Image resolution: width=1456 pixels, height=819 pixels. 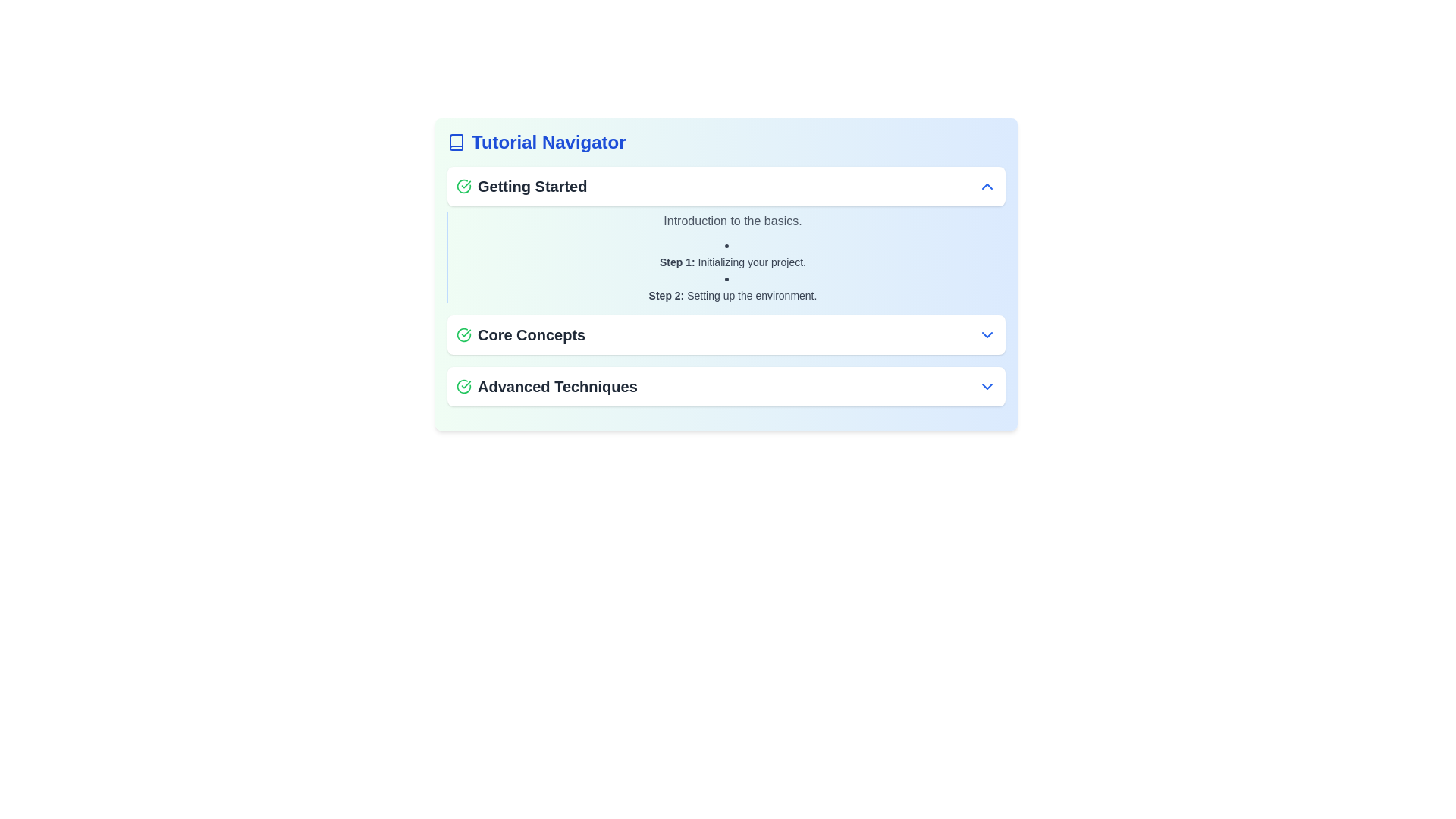 I want to click on the bold text label displaying 'Step 2:' for accessibility purposes within the tutorial interface, so click(x=666, y=295).